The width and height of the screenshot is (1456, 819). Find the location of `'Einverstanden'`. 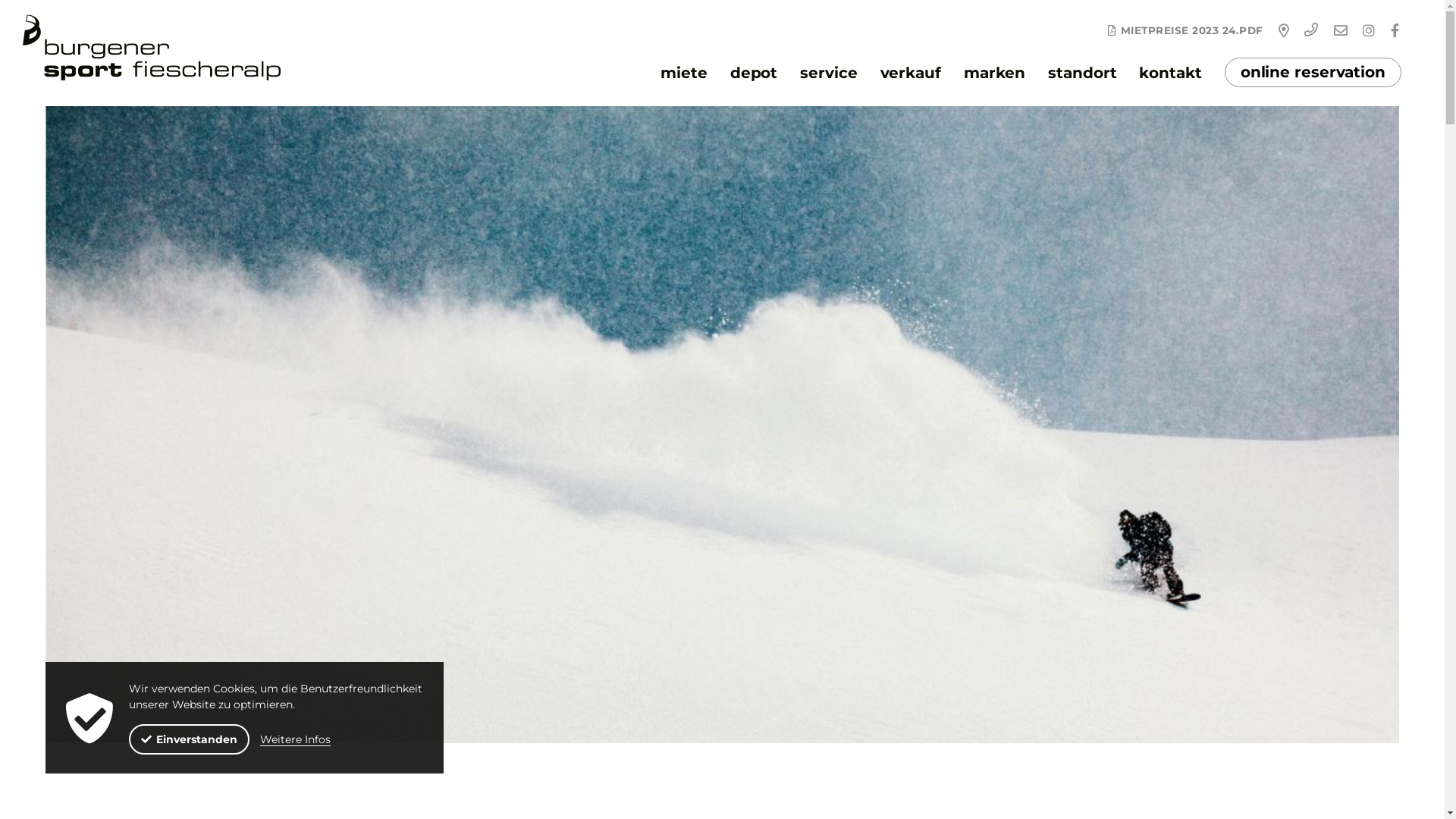

'Einverstanden' is located at coordinates (188, 739).